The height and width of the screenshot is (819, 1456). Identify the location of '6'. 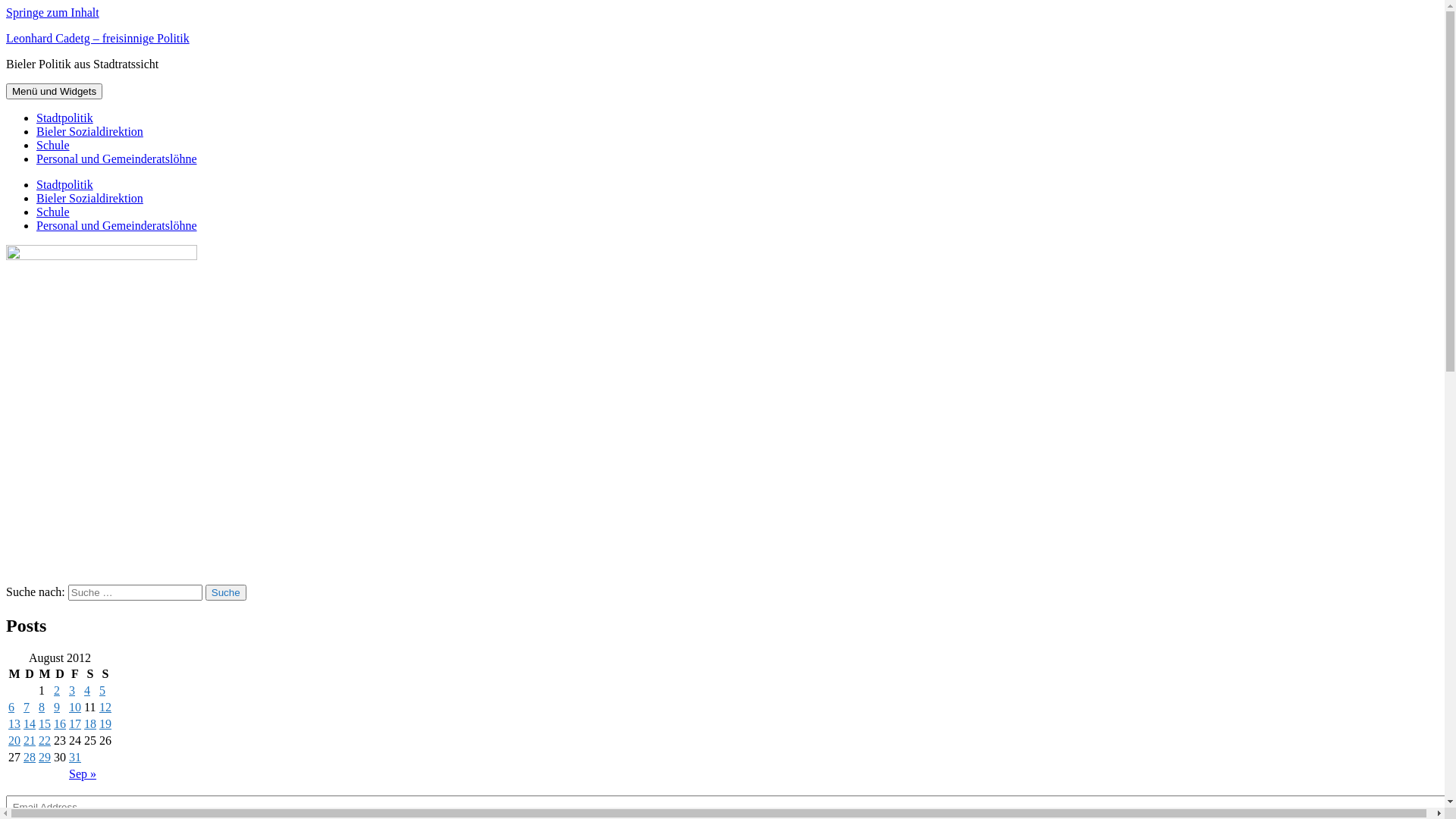
(11, 707).